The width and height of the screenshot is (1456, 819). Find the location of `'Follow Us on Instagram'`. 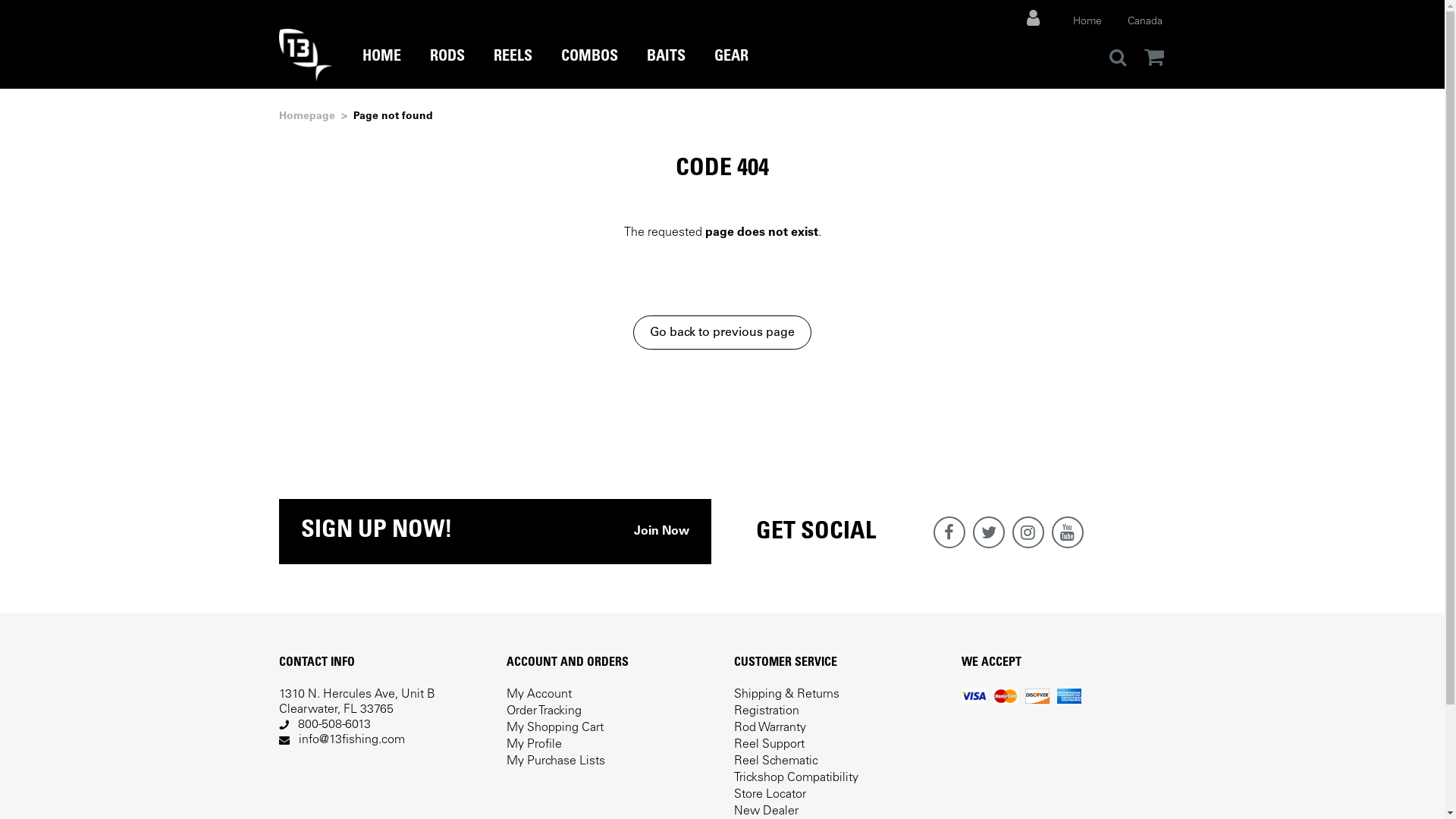

'Follow Us on Instagram' is located at coordinates (1027, 532).